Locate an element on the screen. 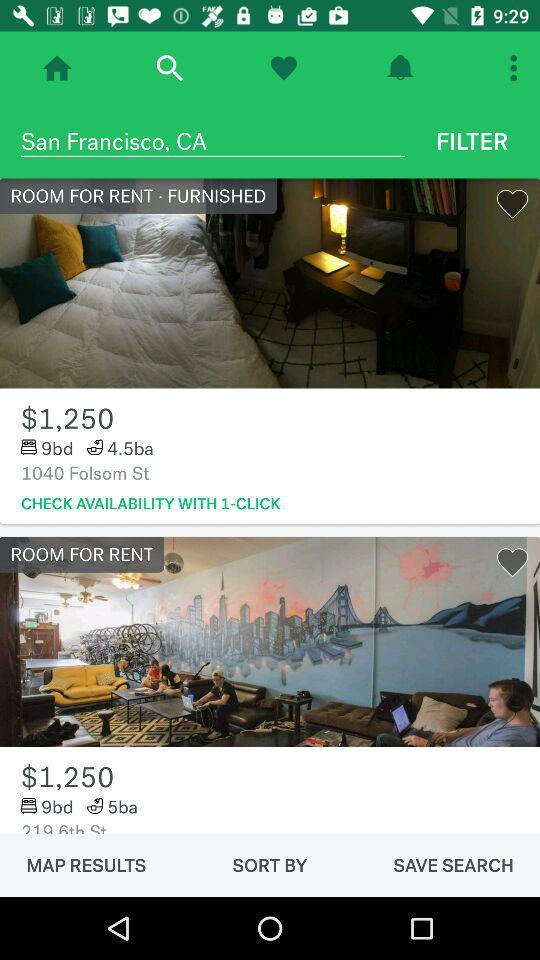  home is located at coordinates (57, 68).